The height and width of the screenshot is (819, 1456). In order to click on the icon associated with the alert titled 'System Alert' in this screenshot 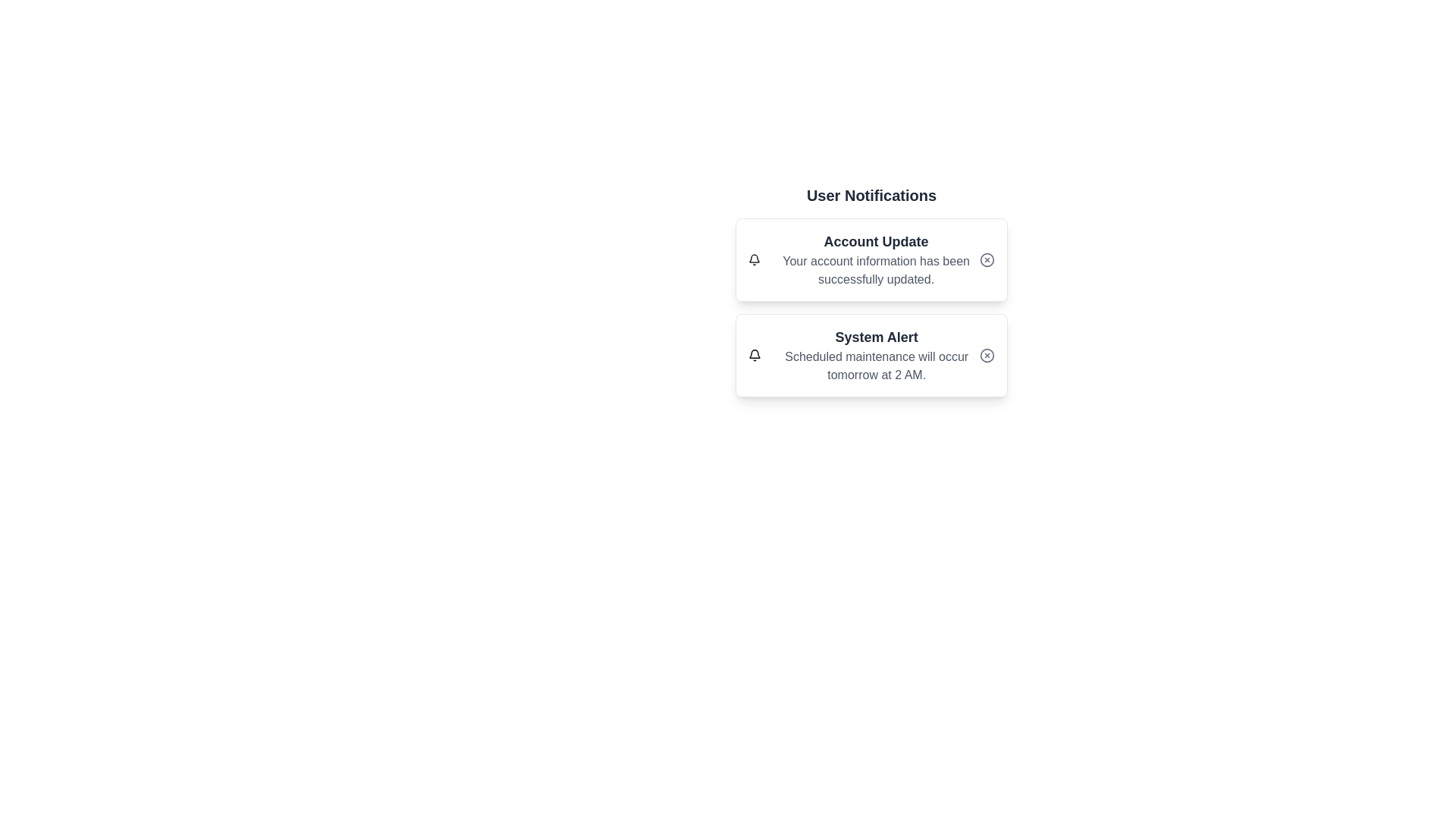, I will do `click(755, 356)`.